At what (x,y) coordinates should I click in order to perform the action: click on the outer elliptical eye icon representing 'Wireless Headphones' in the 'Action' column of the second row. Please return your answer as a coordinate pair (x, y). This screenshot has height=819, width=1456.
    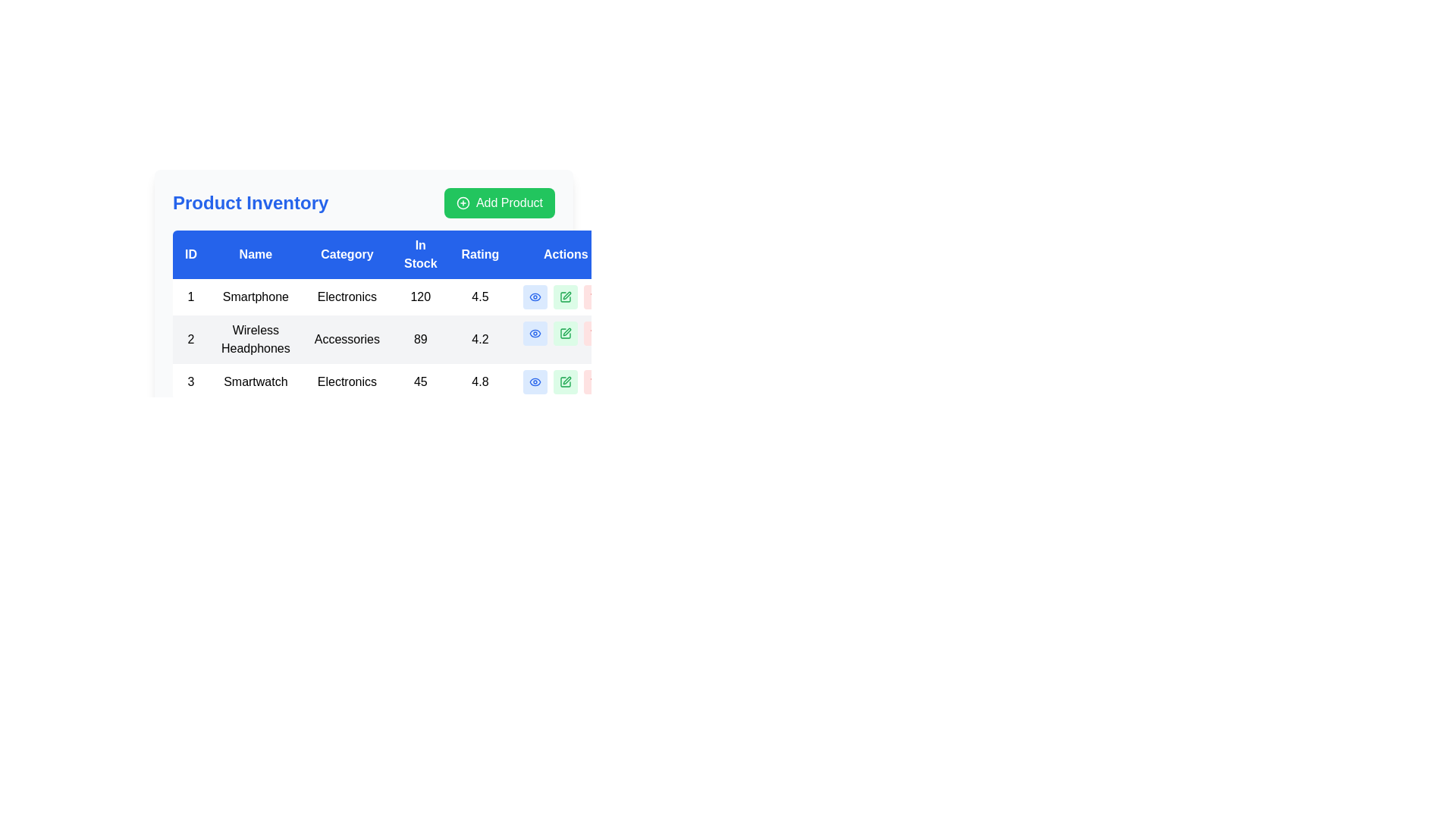
    Looking at the image, I should click on (535, 381).